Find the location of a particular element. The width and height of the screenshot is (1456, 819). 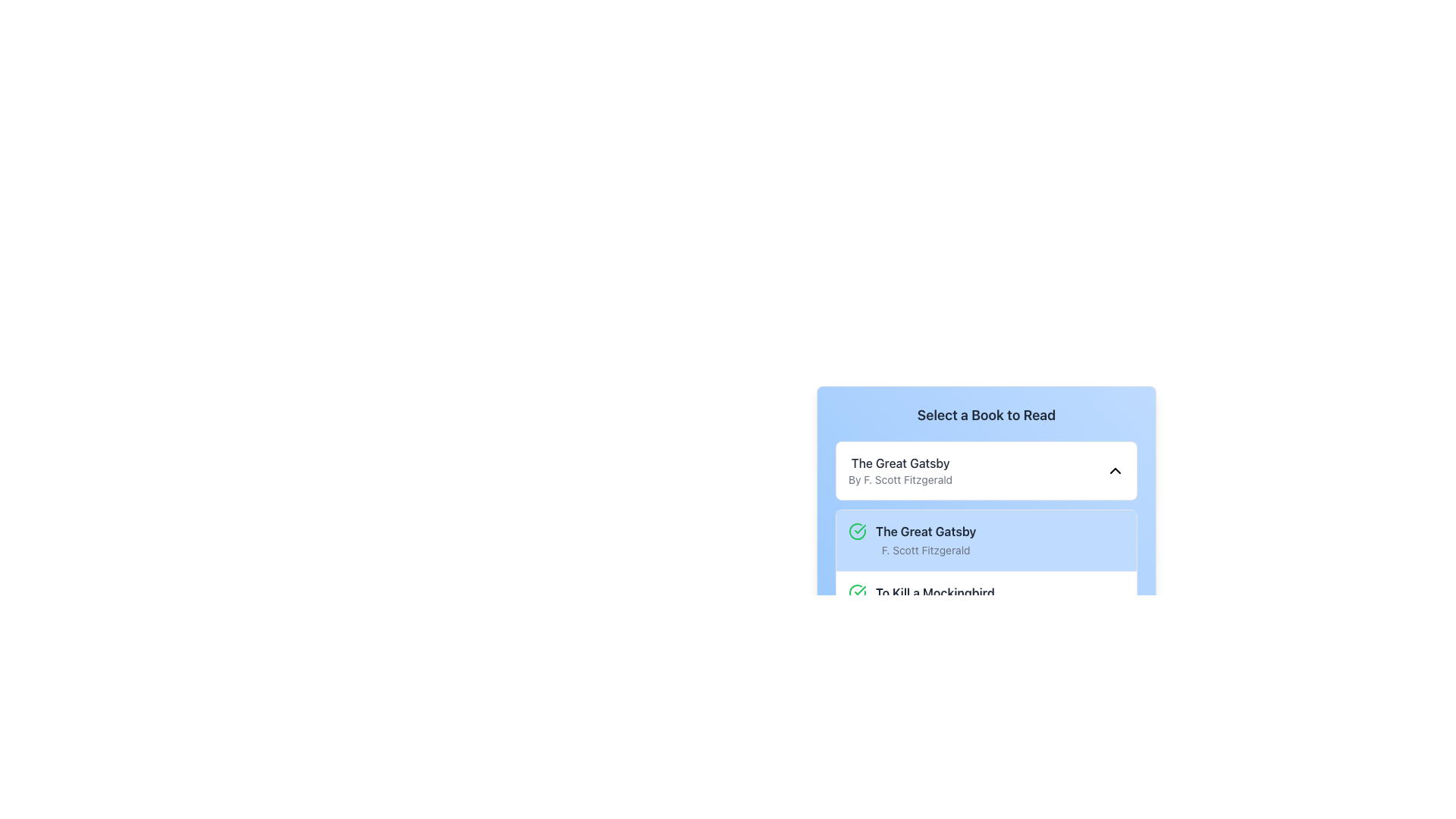

the static text element displaying the author of 'The Great Gatsby', which is located directly below the book title in the dropdown interface is located at coordinates (900, 479).